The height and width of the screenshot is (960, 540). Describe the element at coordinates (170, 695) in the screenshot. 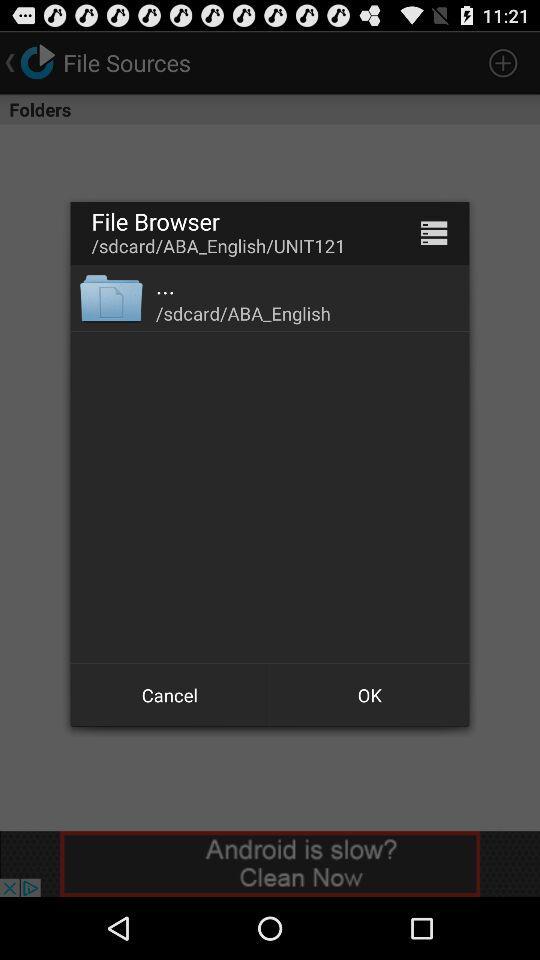

I see `item to the left of ok button` at that location.